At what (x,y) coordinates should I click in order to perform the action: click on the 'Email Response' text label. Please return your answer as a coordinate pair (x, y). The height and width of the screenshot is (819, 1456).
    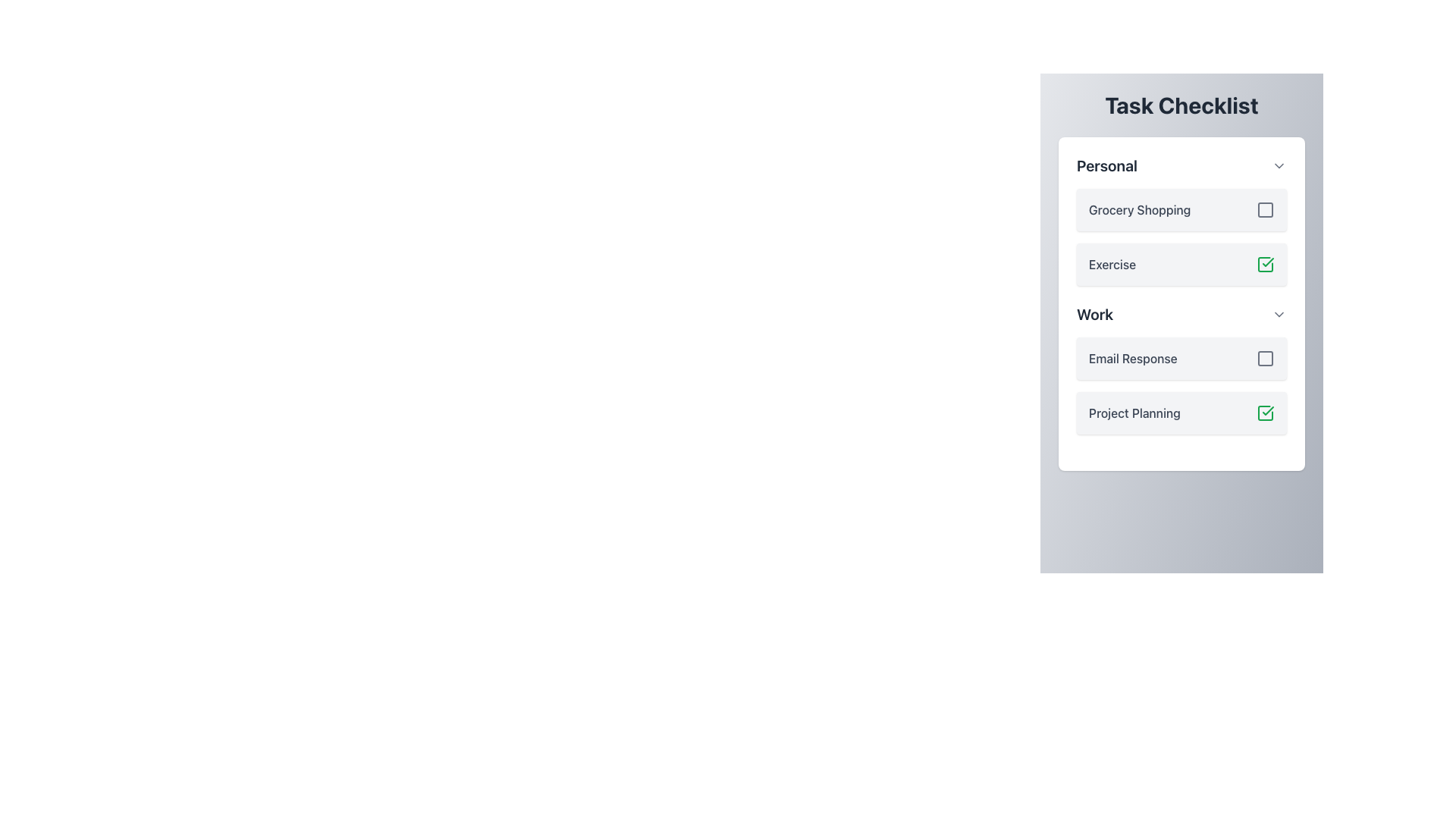
    Looking at the image, I should click on (1133, 359).